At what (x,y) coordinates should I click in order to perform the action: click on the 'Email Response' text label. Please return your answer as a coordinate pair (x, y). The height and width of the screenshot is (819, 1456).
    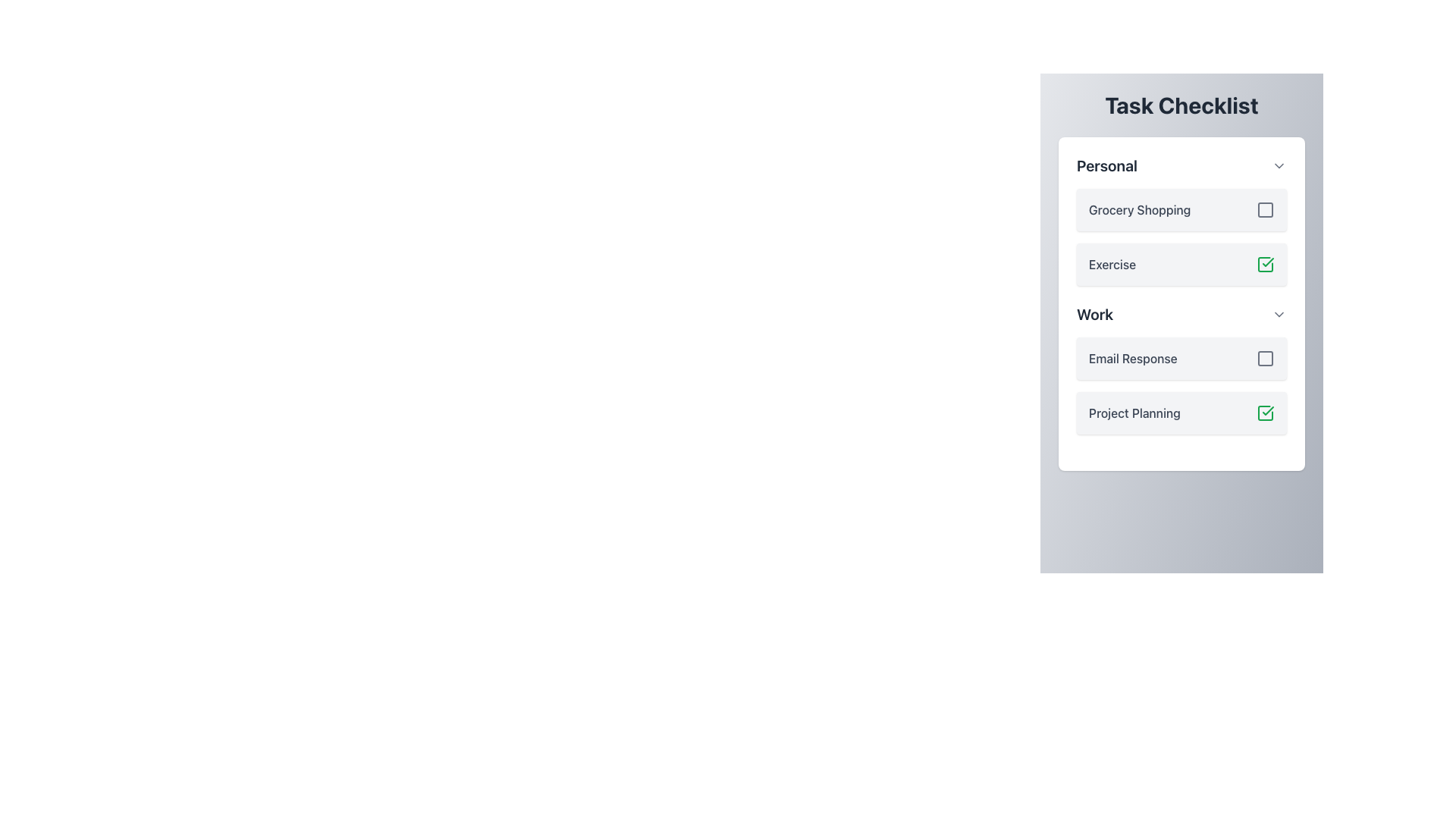
    Looking at the image, I should click on (1133, 359).